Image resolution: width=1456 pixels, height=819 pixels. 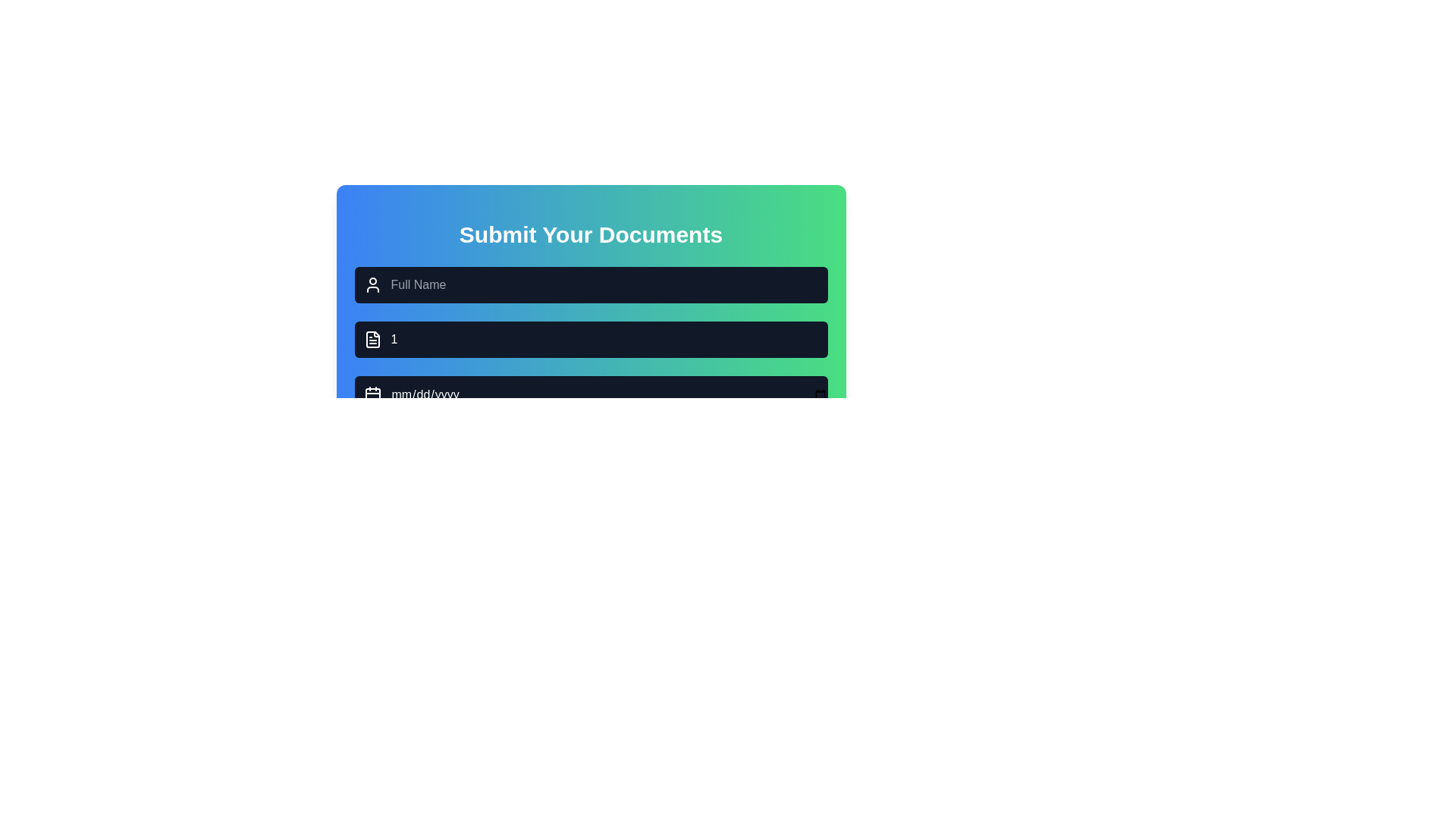 What do you see at coordinates (372, 394) in the screenshot?
I see `the calendar icon located to the left of the date input field, which features a rectangular outline with a calendar grid and two vertical lines at the top` at bounding box center [372, 394].